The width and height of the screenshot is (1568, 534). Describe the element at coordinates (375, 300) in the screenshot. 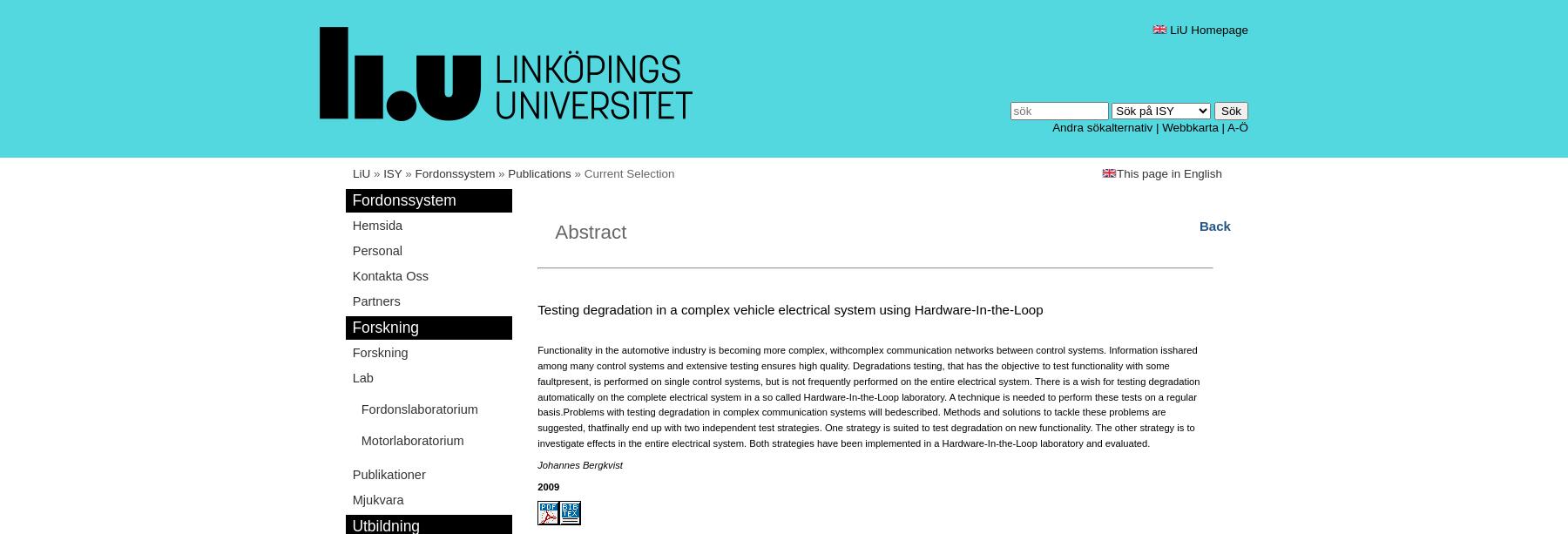

I see `'Partners'` at that location.